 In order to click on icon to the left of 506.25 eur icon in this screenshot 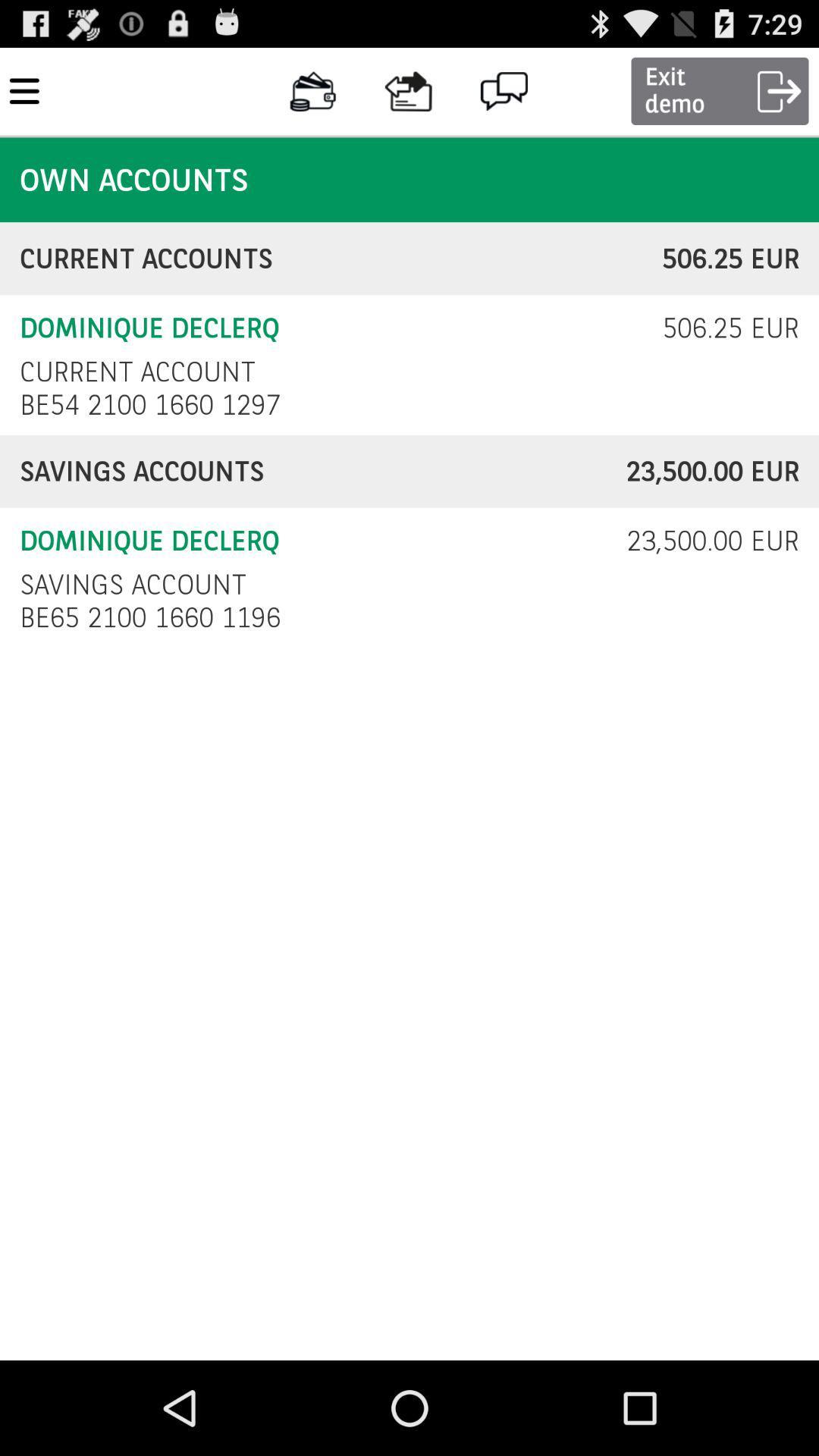, I will do `click(137, 372)`.